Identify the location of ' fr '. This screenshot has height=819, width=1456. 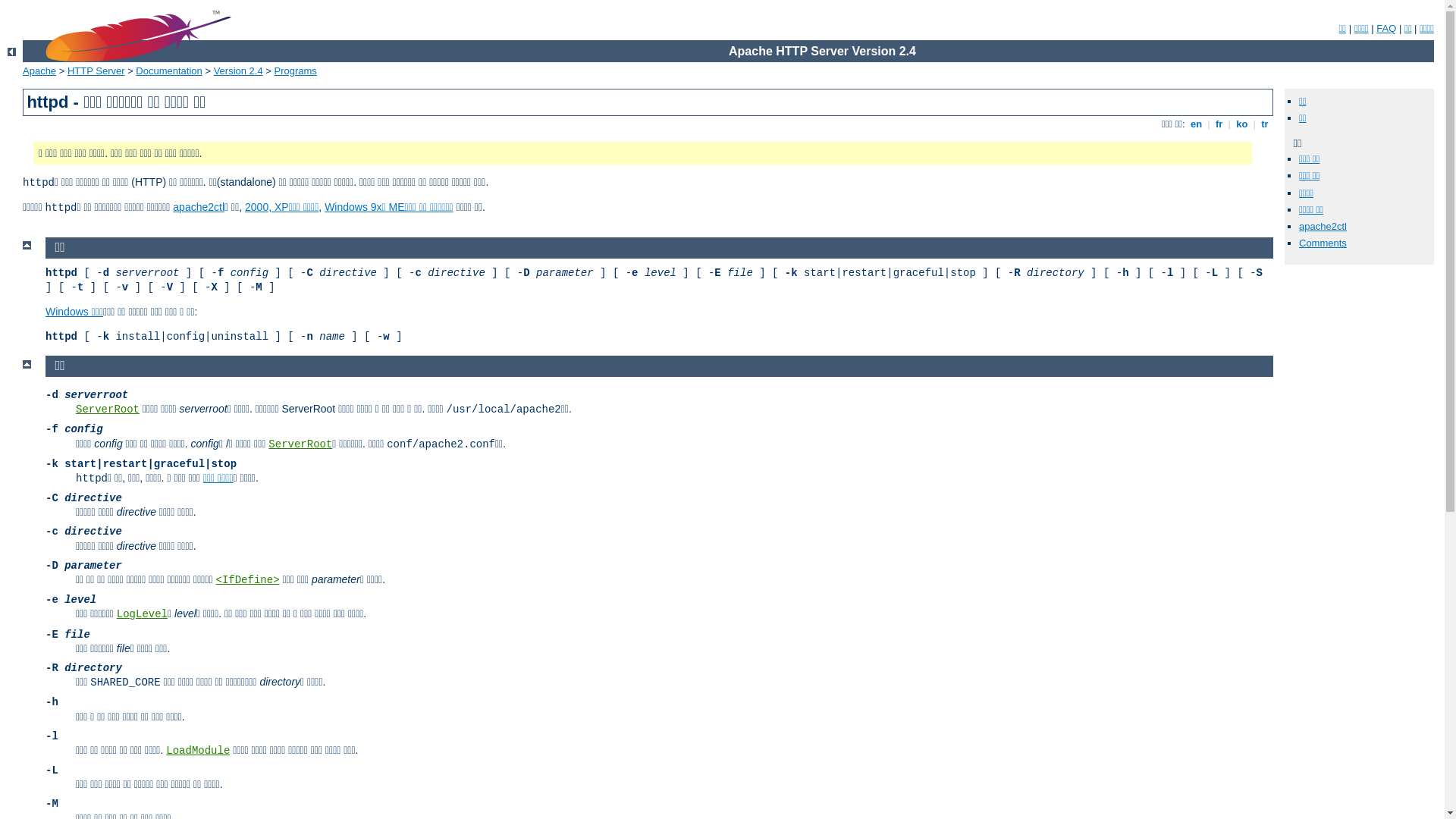
(1211, 123).